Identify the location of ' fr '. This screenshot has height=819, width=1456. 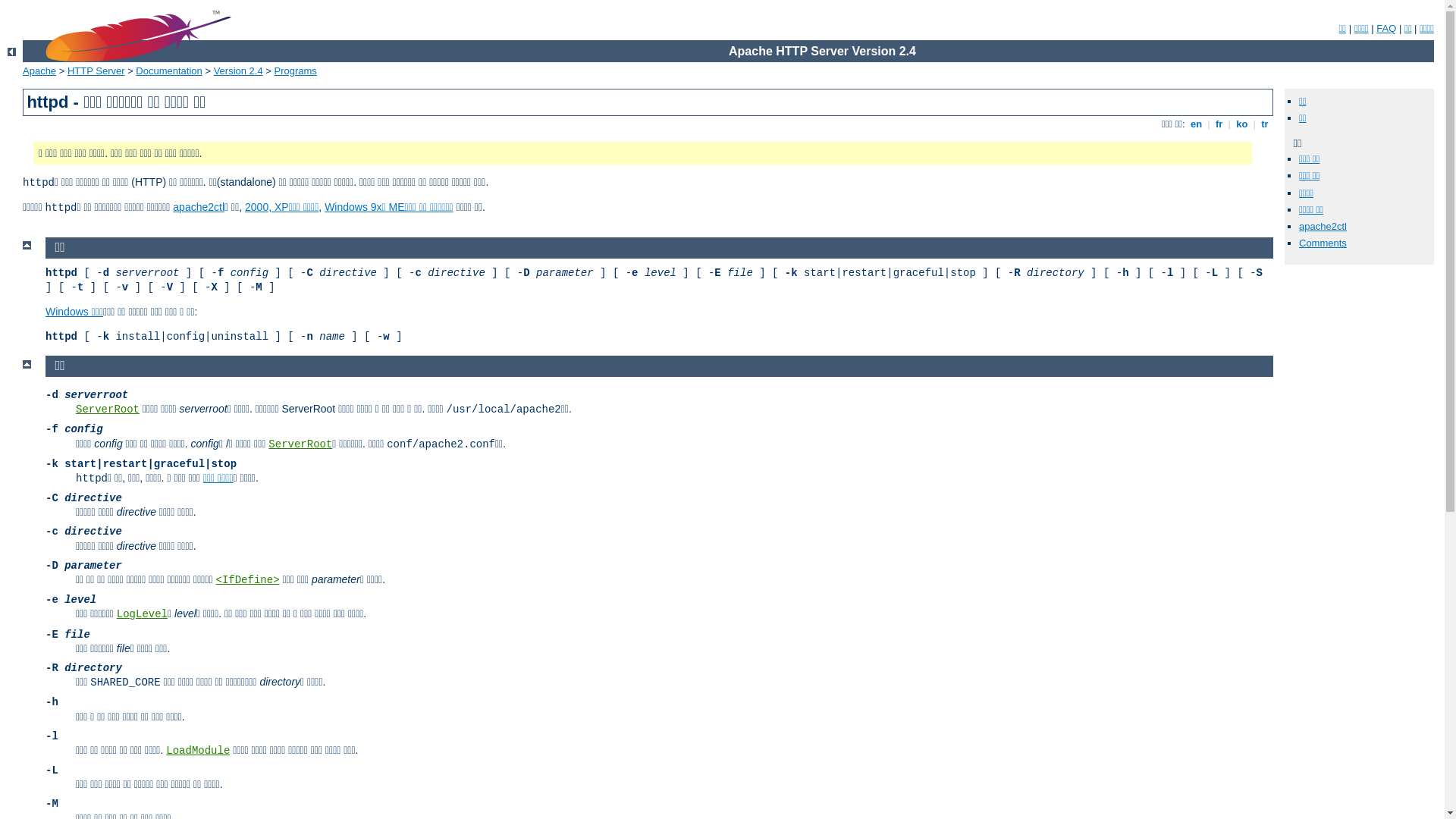
(1211, 123).